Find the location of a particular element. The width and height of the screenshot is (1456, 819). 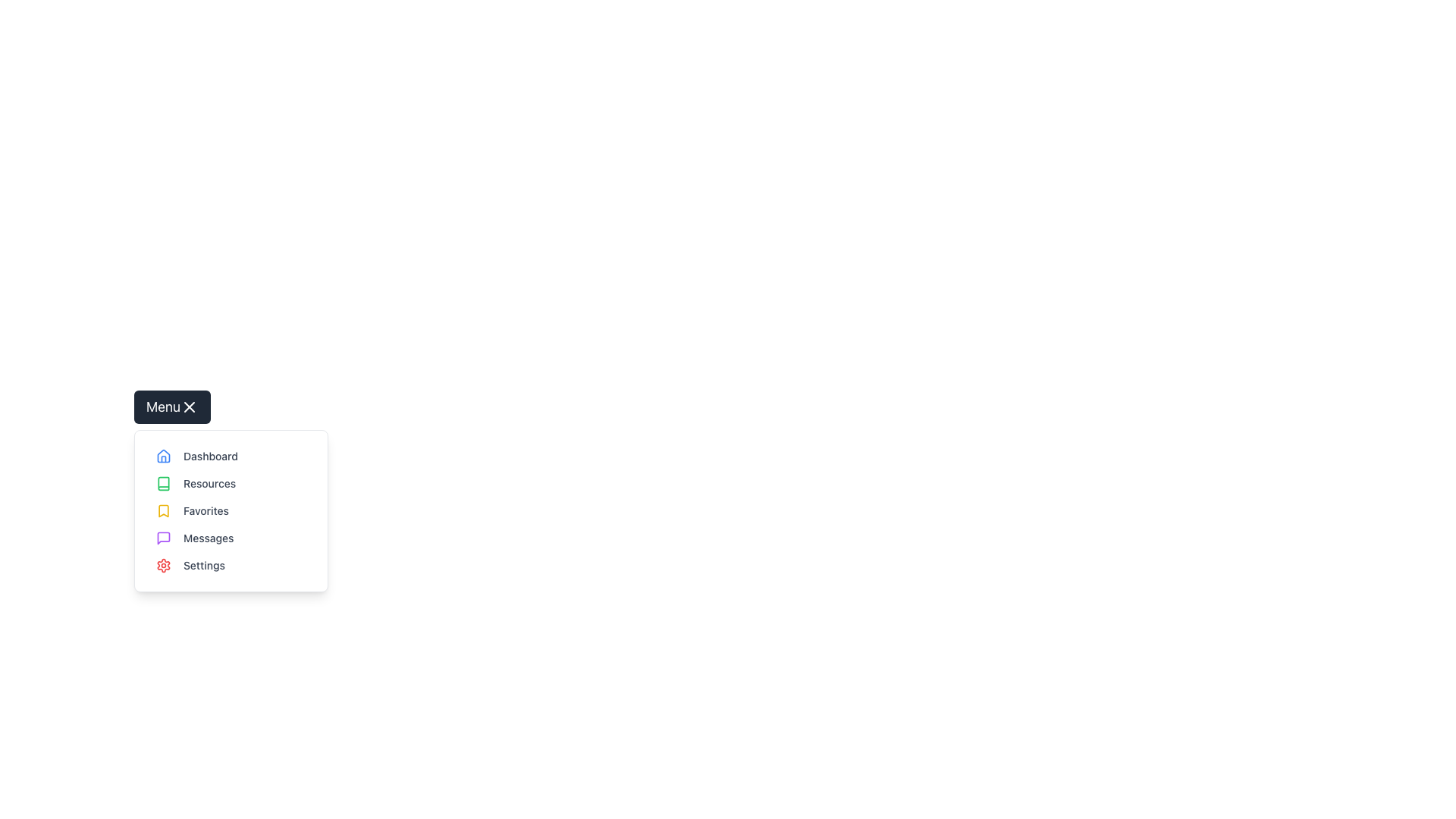

the messages icon located as the fourth item is located at coordinates (164, 537).